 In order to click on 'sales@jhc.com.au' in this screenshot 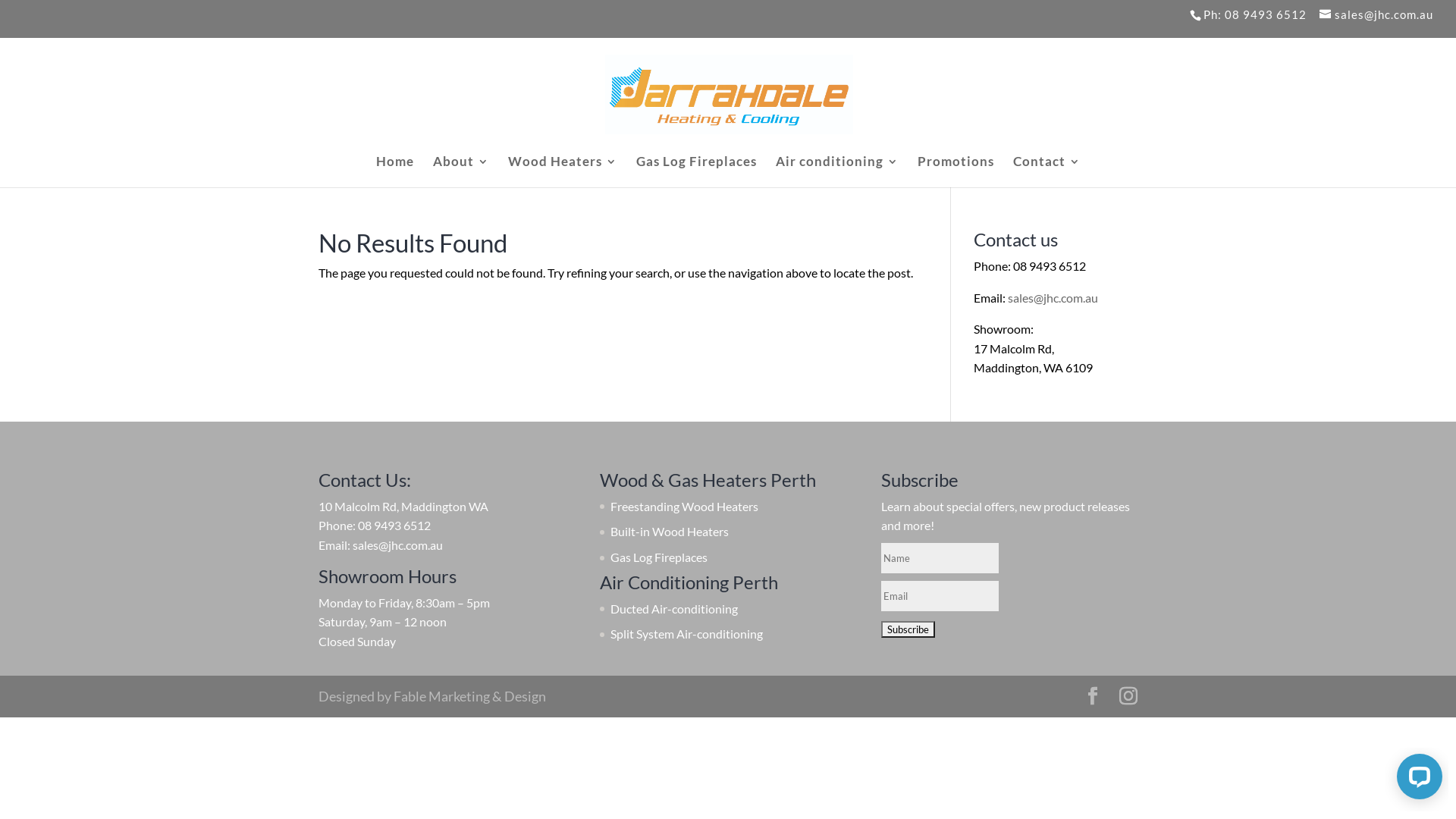, I will do `click(352, 544)`.